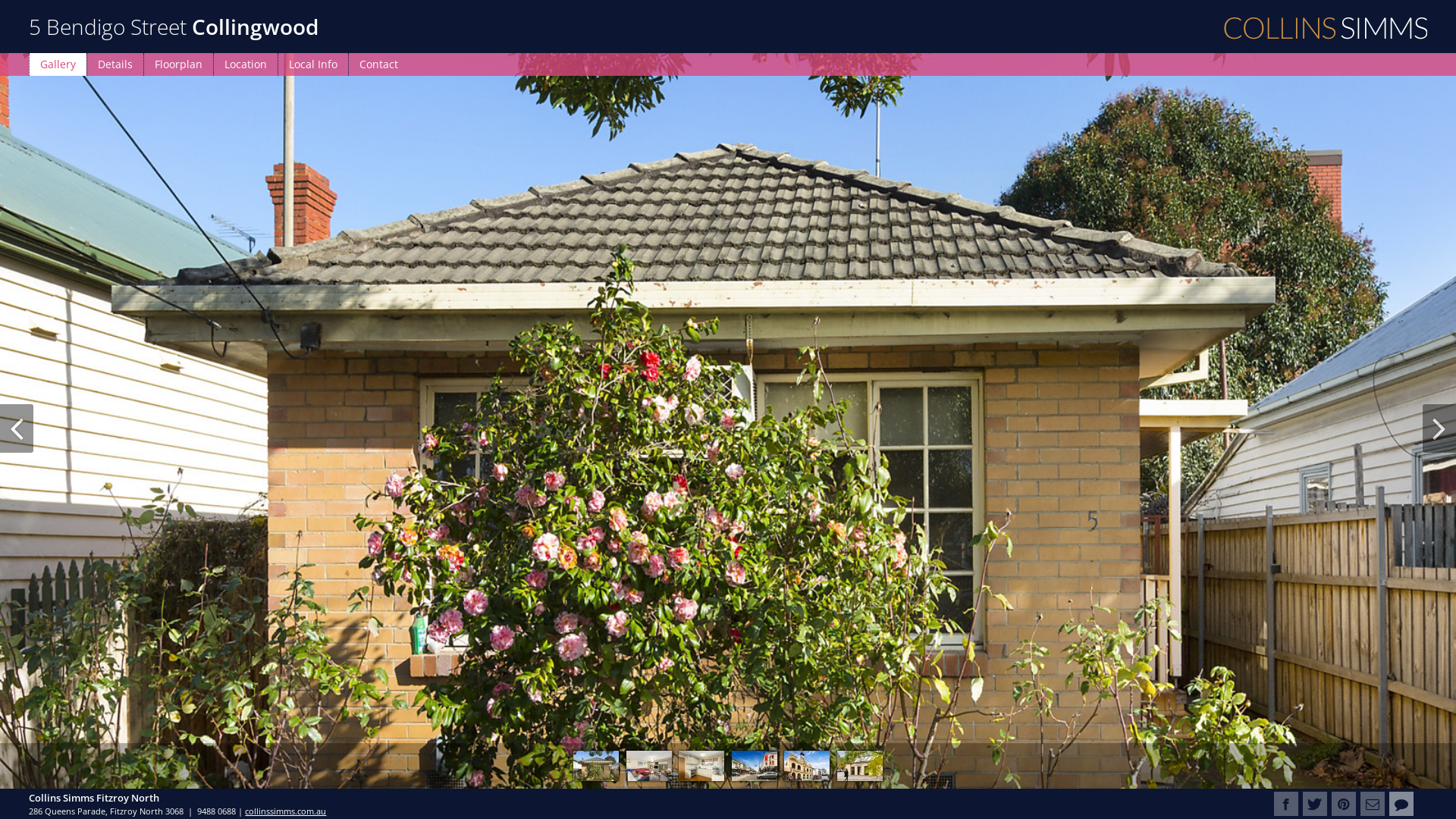 This screenshot has width=1456, height=819. What do you see at coordinates (312, 63) in the screenshot?
I see `'Local Info'` at bounding box center [312, 63].